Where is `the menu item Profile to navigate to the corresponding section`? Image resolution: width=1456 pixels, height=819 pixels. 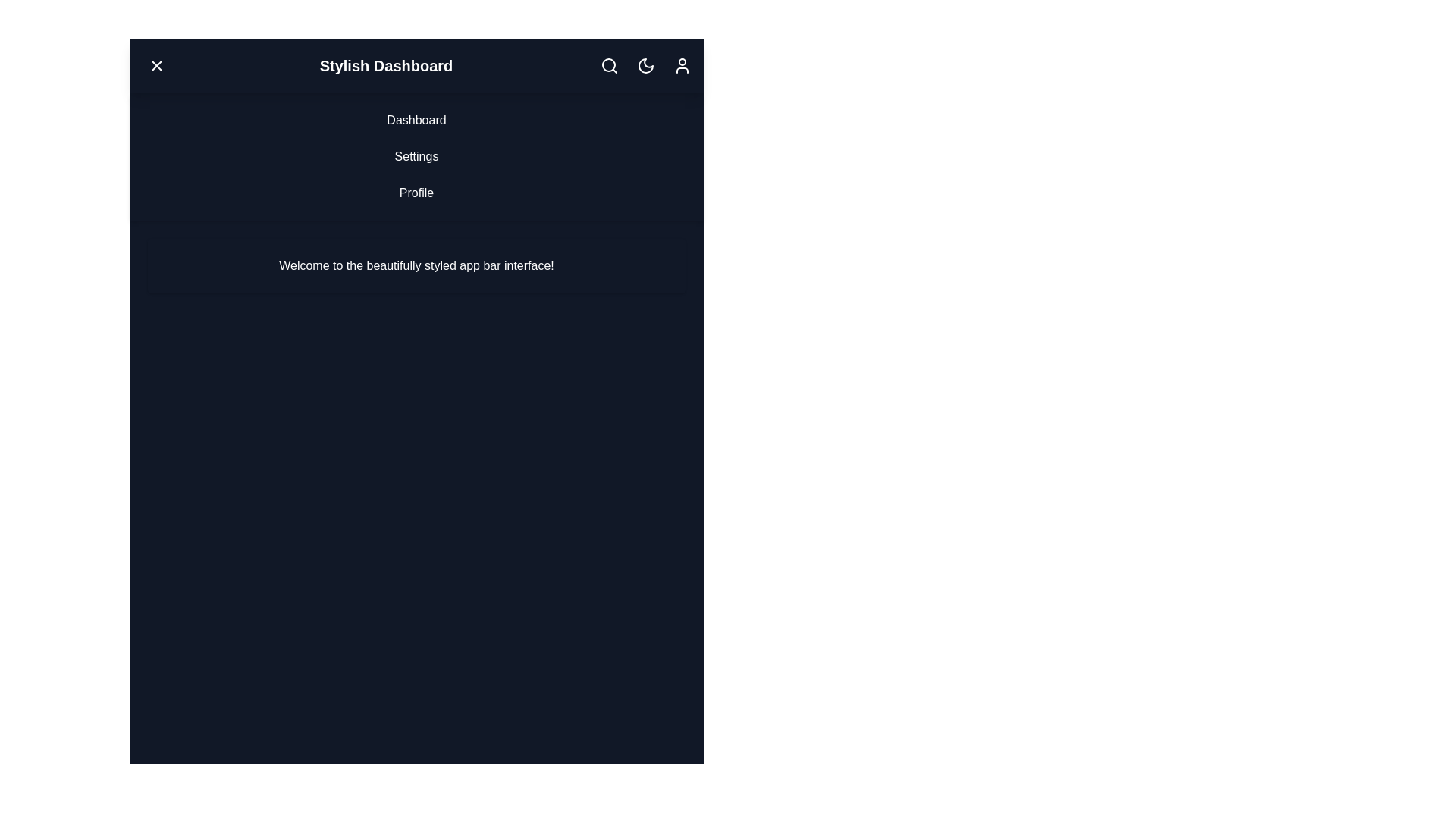
the menu item Profile to navigate to the corresponding section is located at coordinates (416, 192).